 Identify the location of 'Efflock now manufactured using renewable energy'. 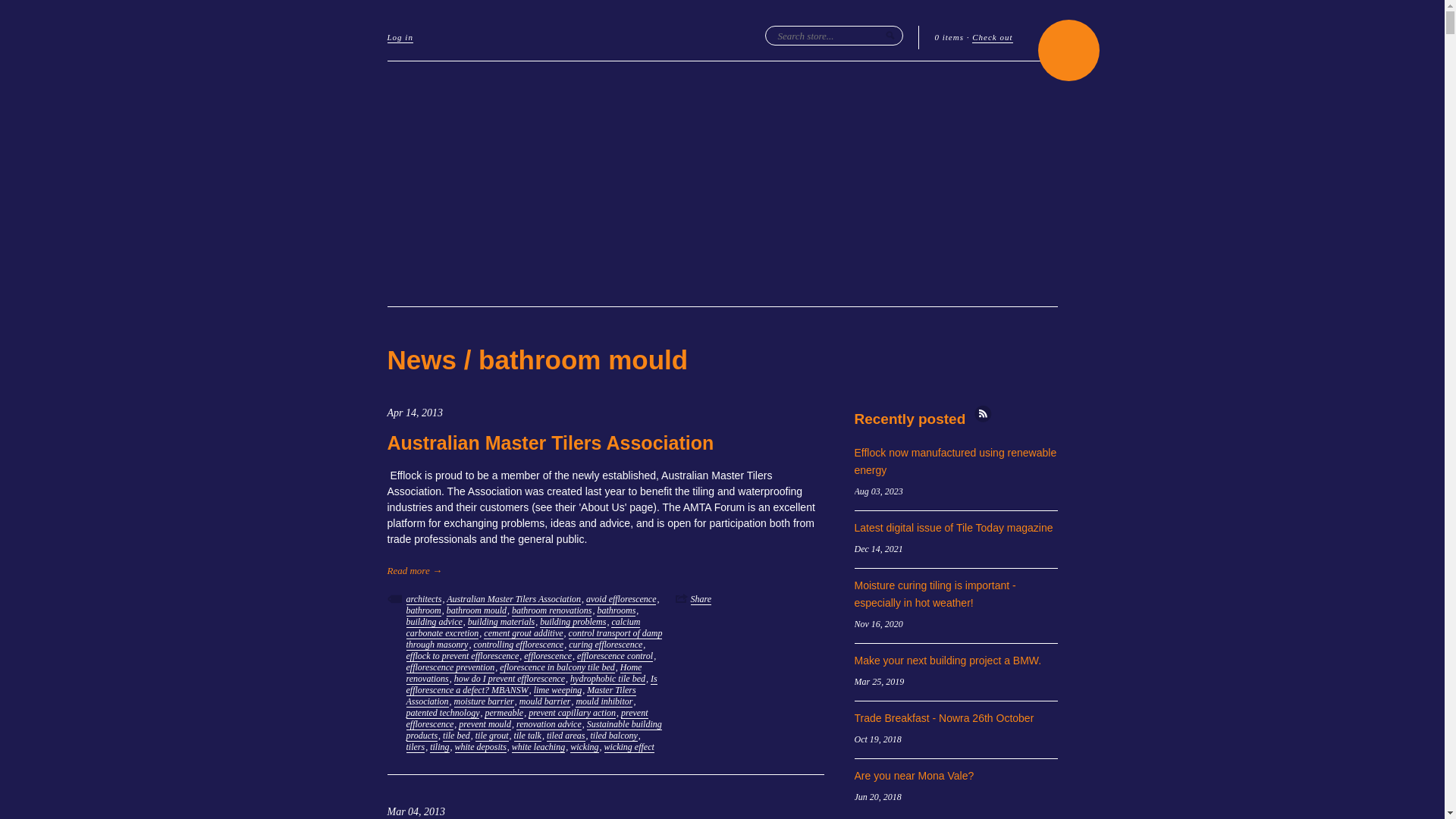
(954, 460).